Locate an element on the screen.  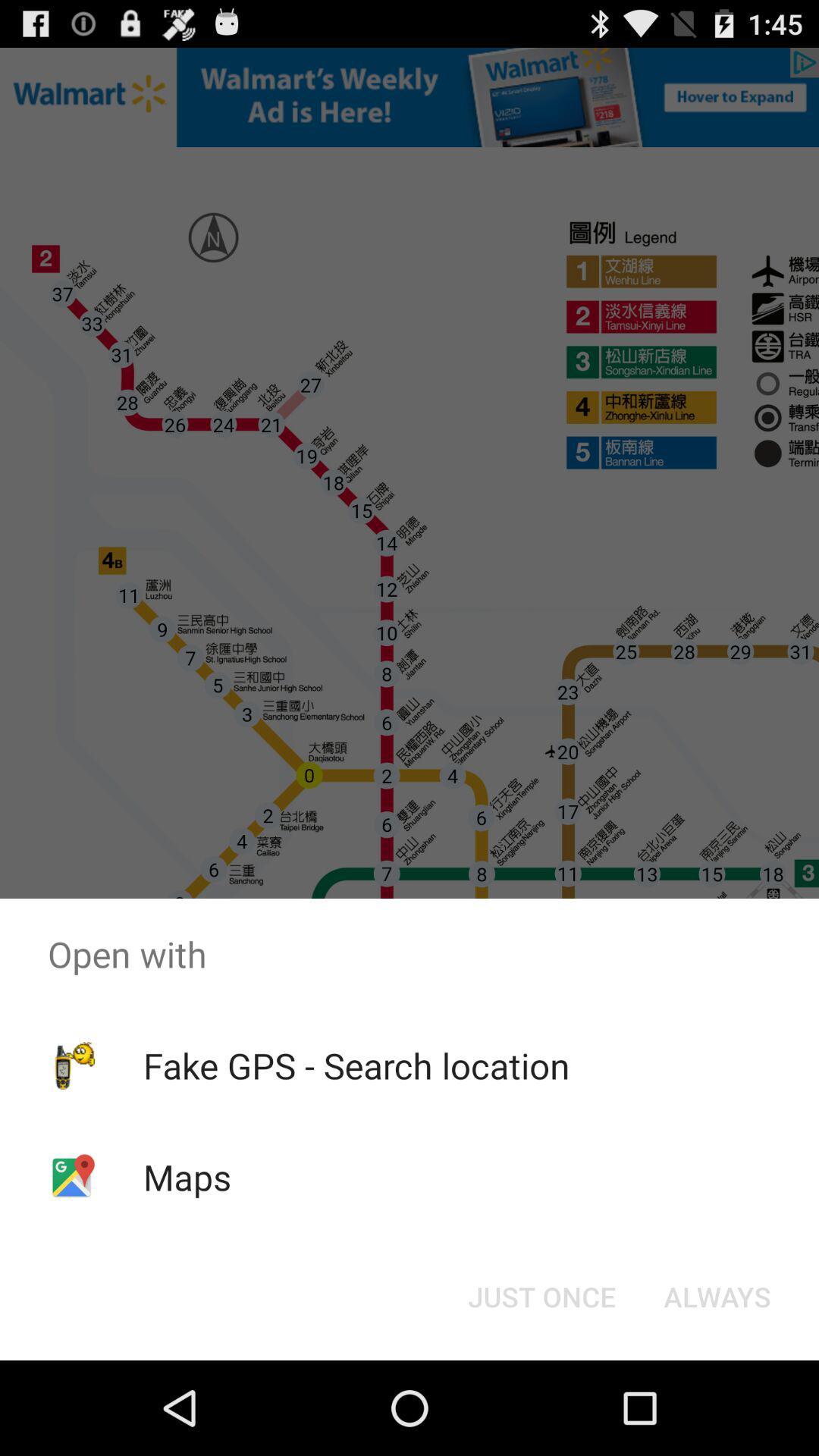
maps is located at coordinates (187, 1176).